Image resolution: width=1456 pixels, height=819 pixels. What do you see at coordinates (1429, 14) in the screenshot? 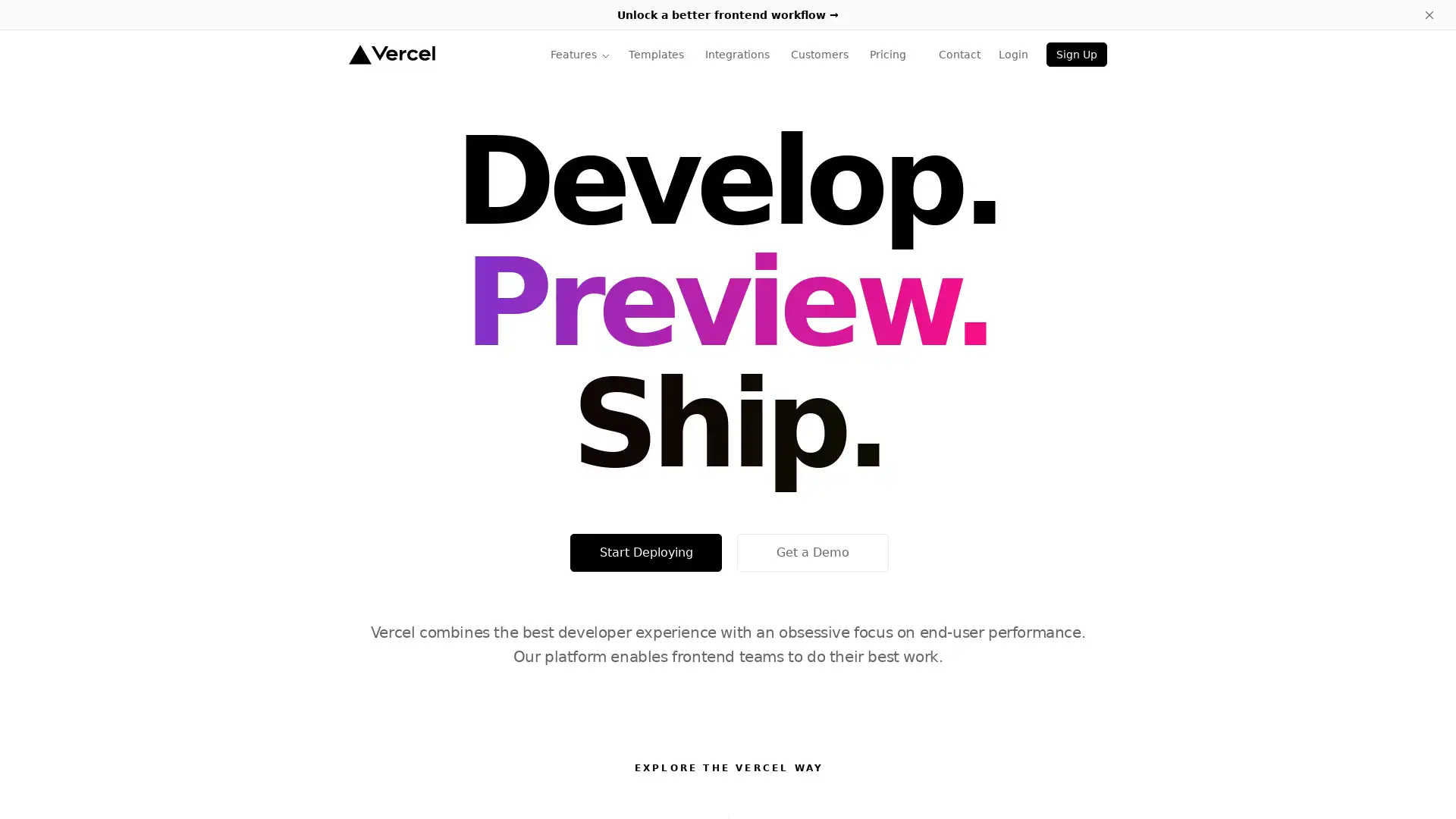
I see `Hide banner` at bounding box center [1429, 14].